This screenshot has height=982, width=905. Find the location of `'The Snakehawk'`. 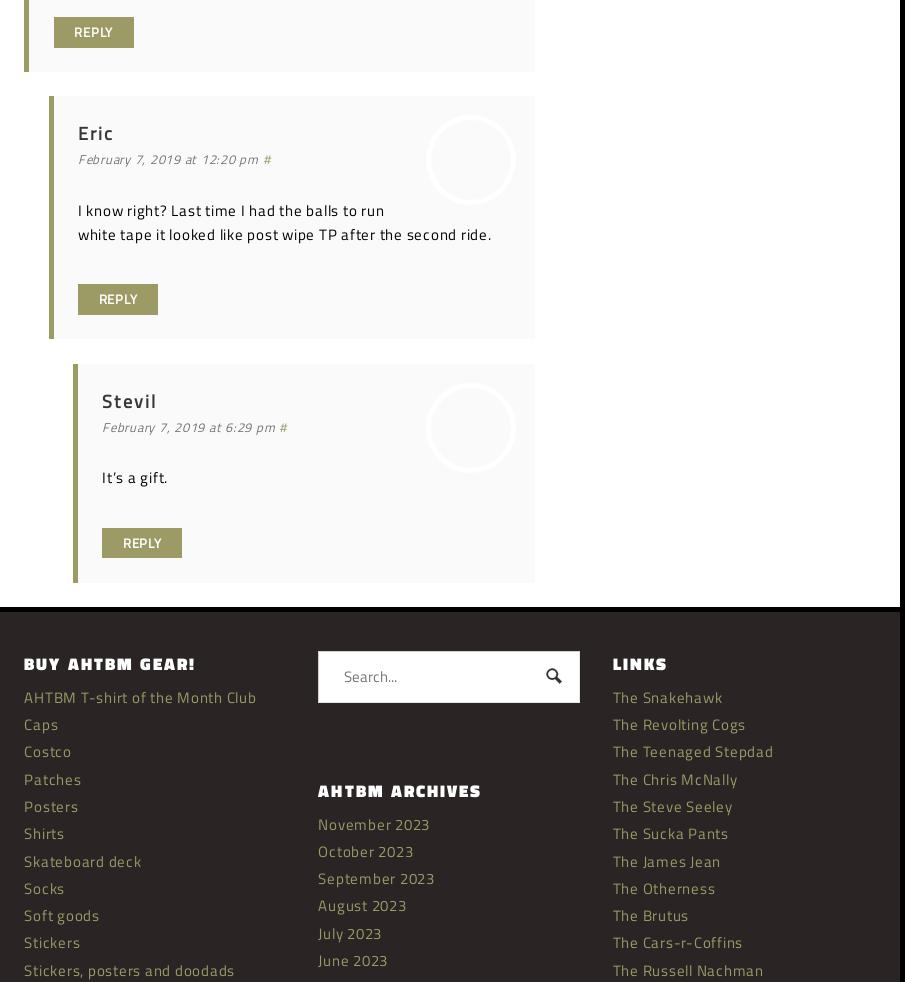

'The Snakehawk' is located at coordinates (666, 695).